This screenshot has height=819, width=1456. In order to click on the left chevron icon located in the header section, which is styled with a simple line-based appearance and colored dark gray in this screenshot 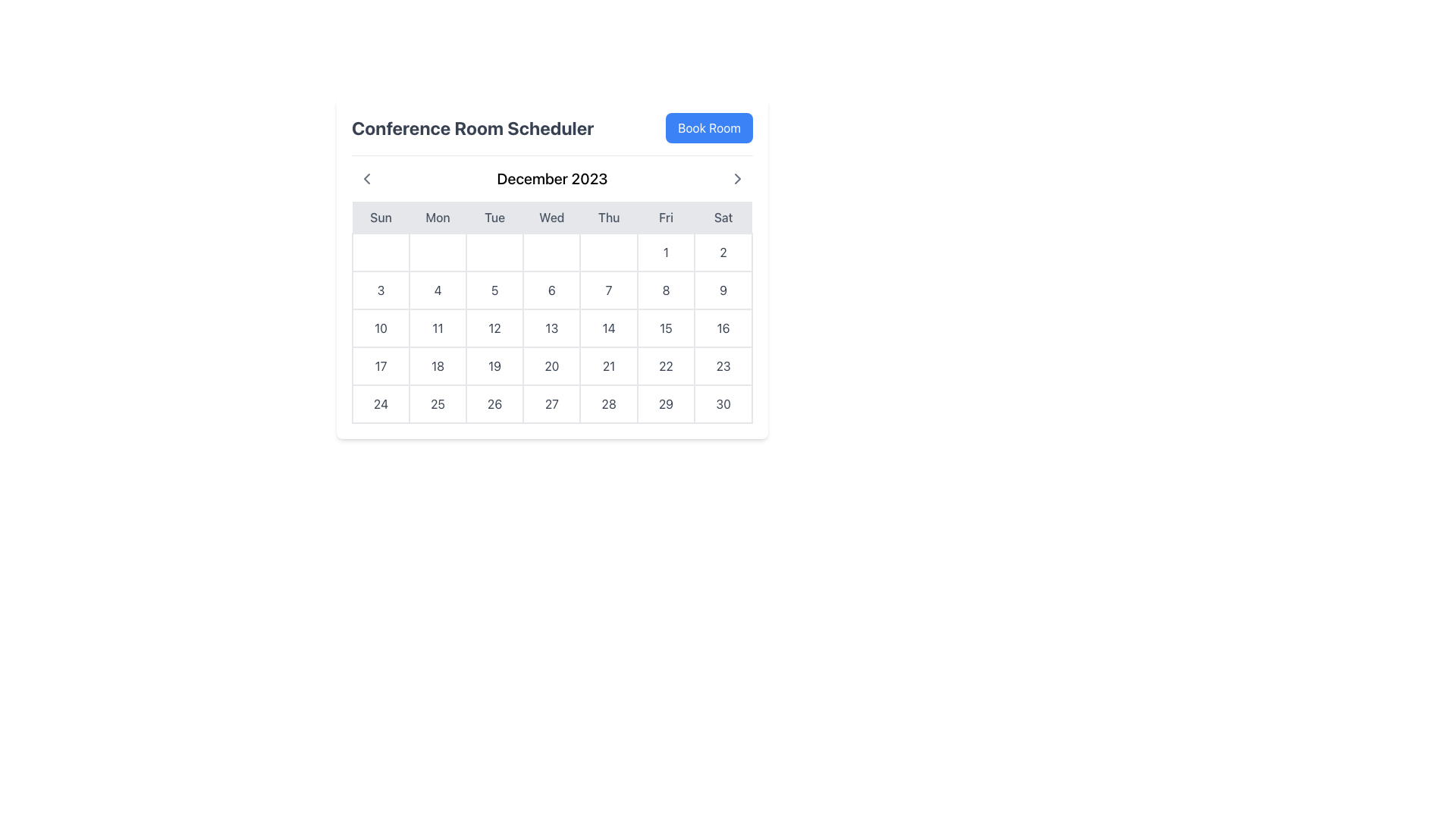, I will do `click(367, 177)`.